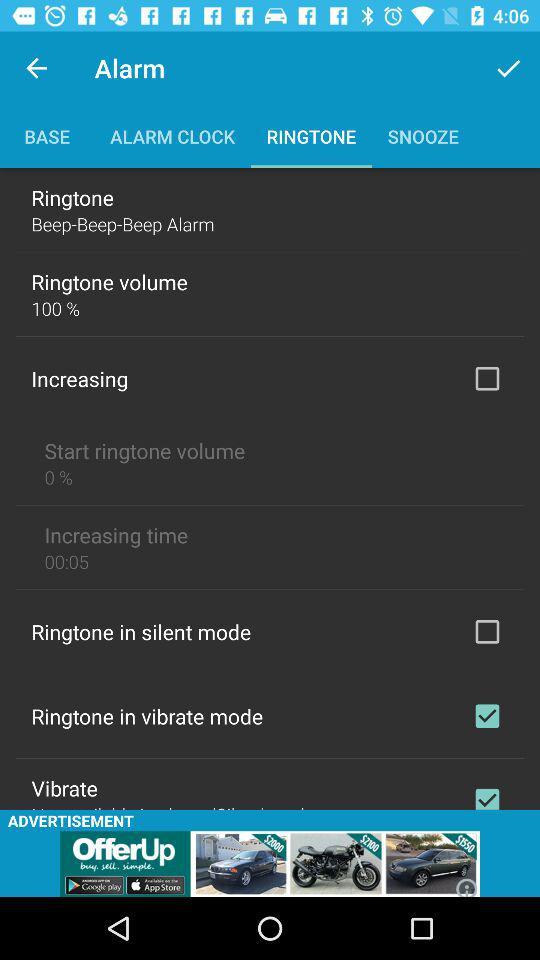 Image resolution: width=540 pixels, height=960 pixels. What do you see at coordinates (486, 377) in the screenshot?
I see `tick option` at bounding box center [486, 377].